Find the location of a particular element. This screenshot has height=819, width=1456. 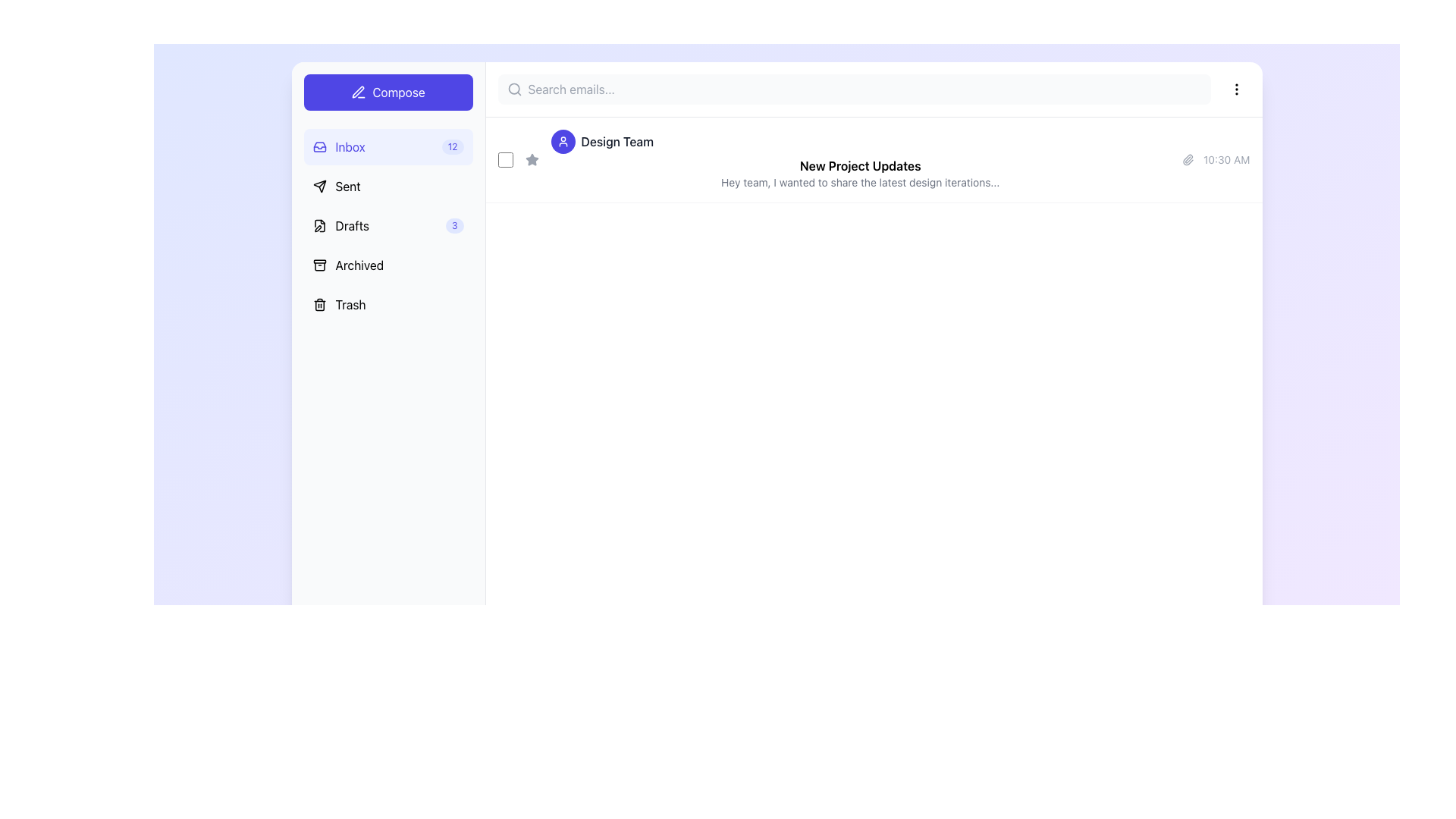

the top horizontal bar of the 'Archived' graphical icon component, which serves a decorative purpose is located at coordinates (318, 261).